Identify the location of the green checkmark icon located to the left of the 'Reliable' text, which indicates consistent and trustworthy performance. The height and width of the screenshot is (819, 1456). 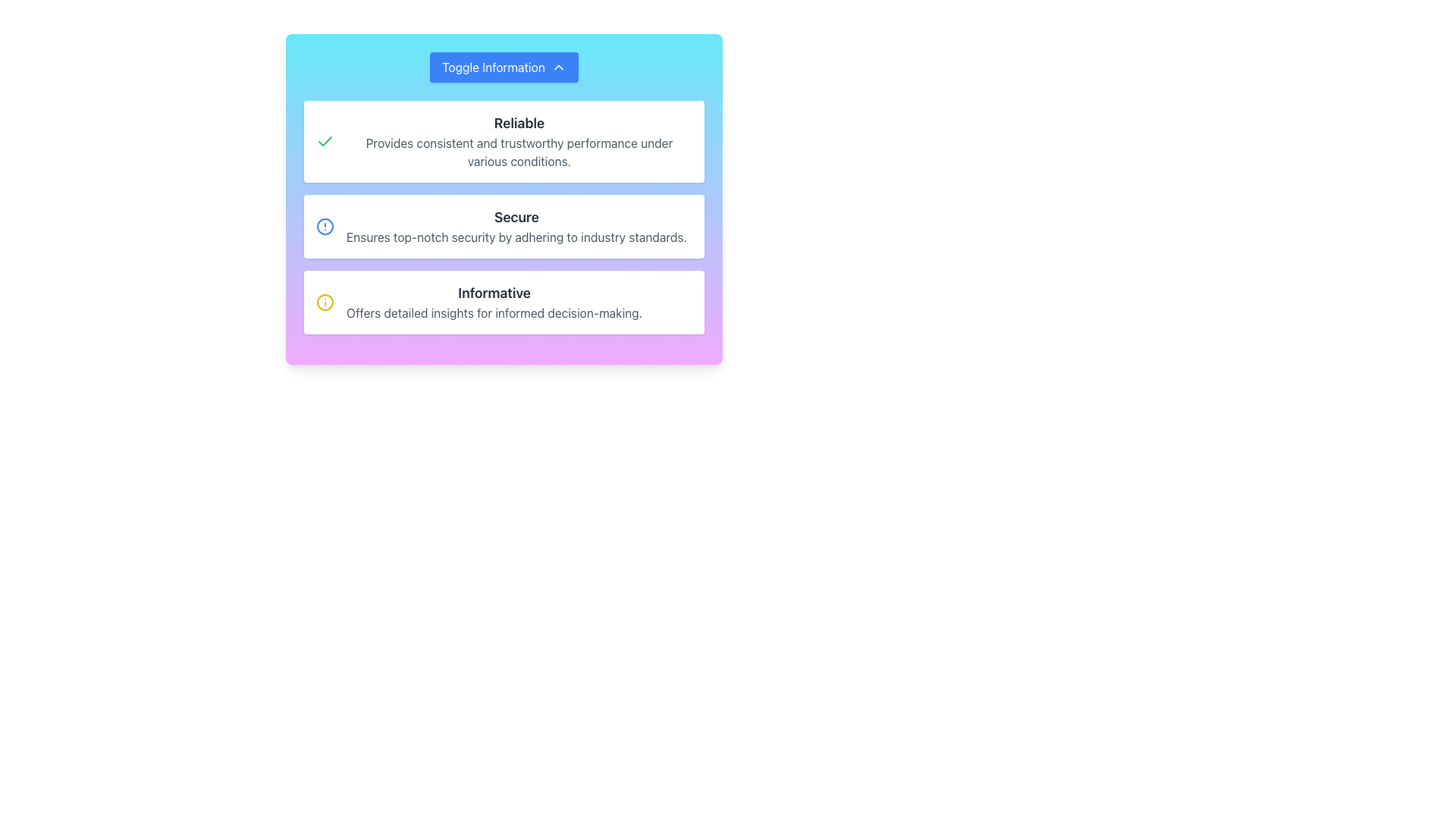
(324, 141).